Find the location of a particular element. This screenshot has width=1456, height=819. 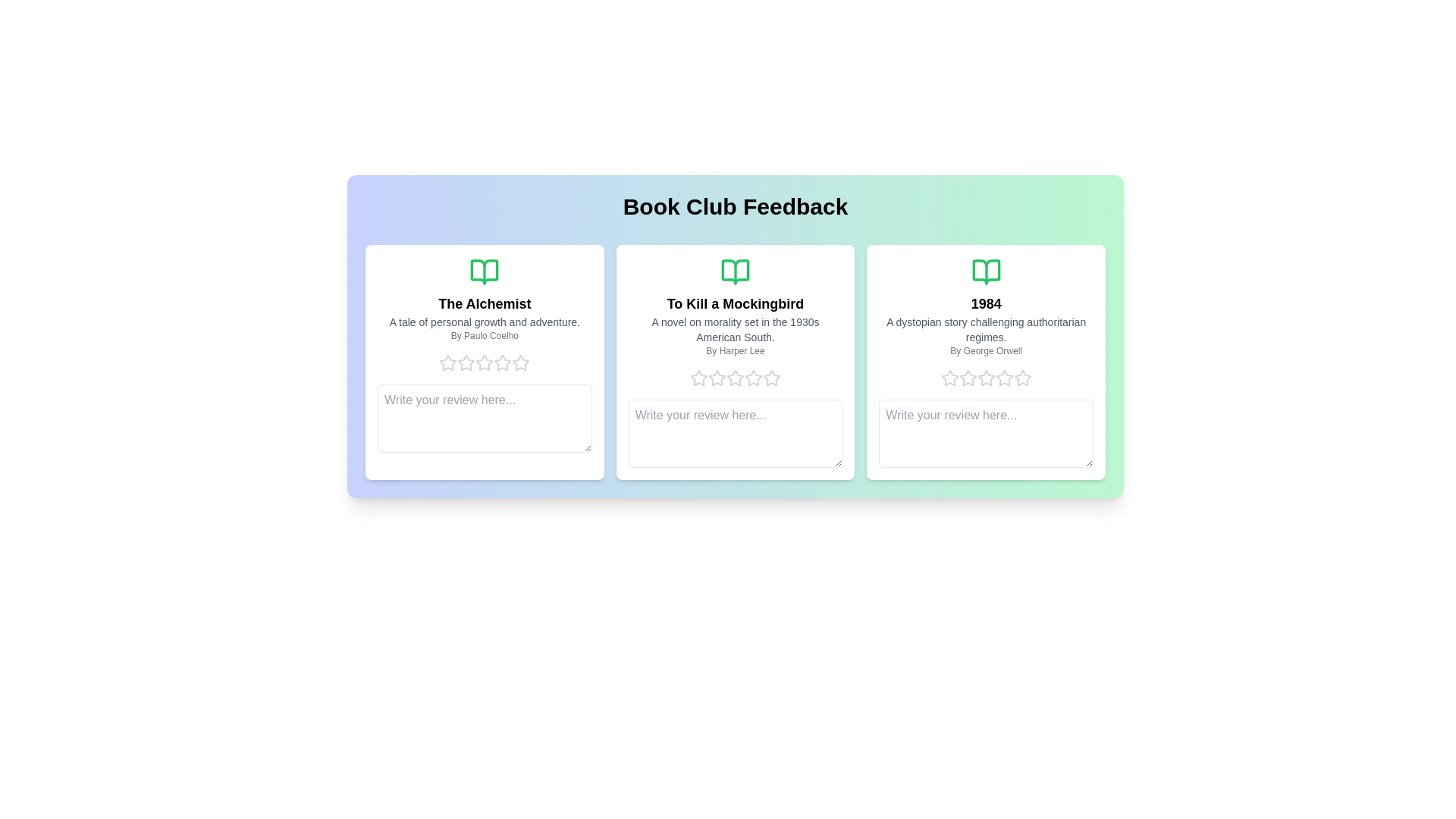

the static graphic icon resembling an open book with rounded edges, which is located at the top-center of the first card above the title 'The Alchemist' is located at coordinates (484, 271).